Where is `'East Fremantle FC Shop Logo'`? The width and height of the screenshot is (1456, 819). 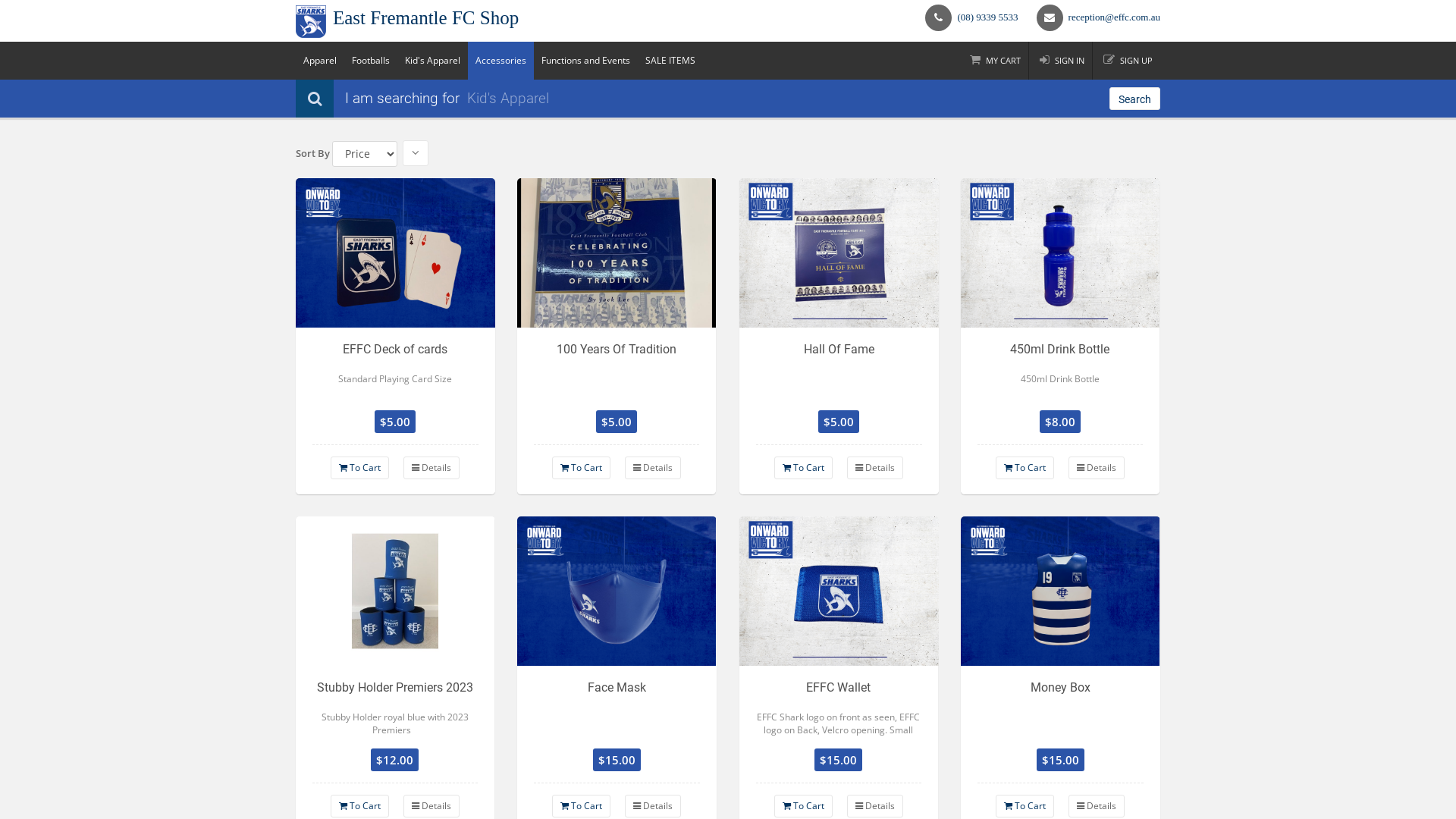 'East Fremantle FC Shop Logo' is located at coordinates (309, 21).